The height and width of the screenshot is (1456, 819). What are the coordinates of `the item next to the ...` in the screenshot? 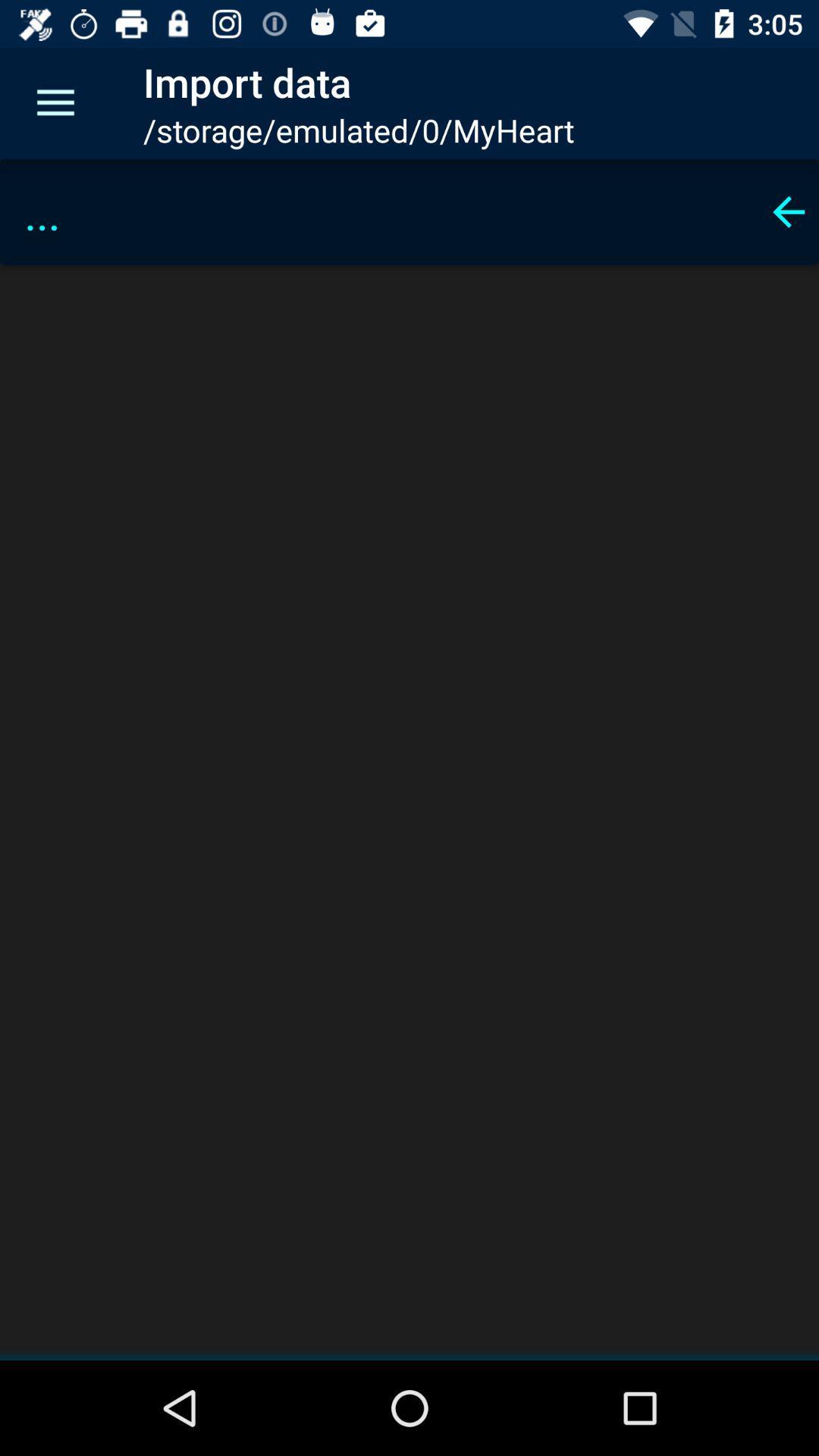 It's located at (788, 211).